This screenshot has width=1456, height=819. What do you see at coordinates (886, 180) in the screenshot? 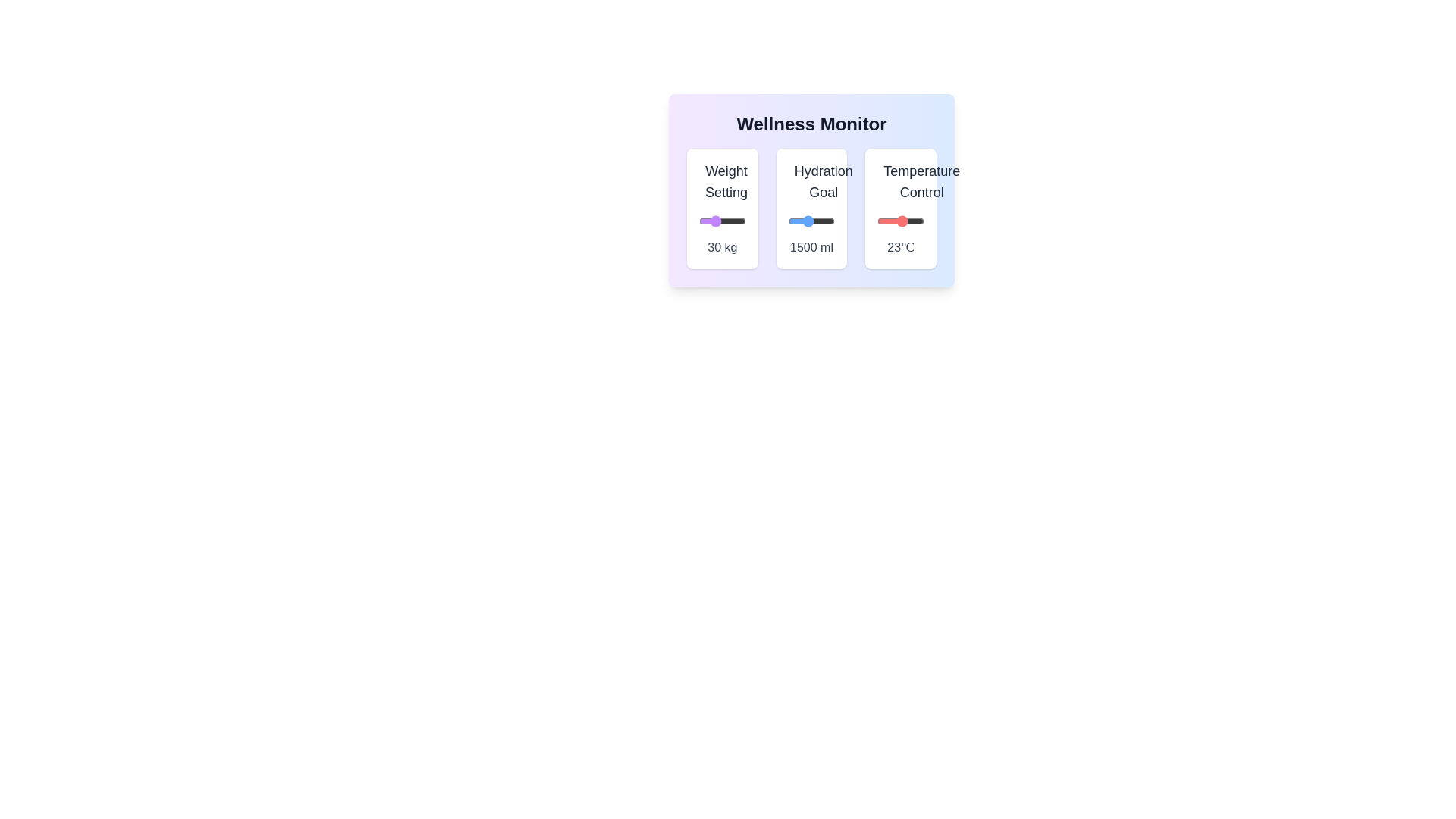
I see `the graphical context of the red-fill internal part of the thermometer icon, which is situated near the 'Temperature Control' text in the 'Wellness Monitor' interface` at bounding box center [886, 180].